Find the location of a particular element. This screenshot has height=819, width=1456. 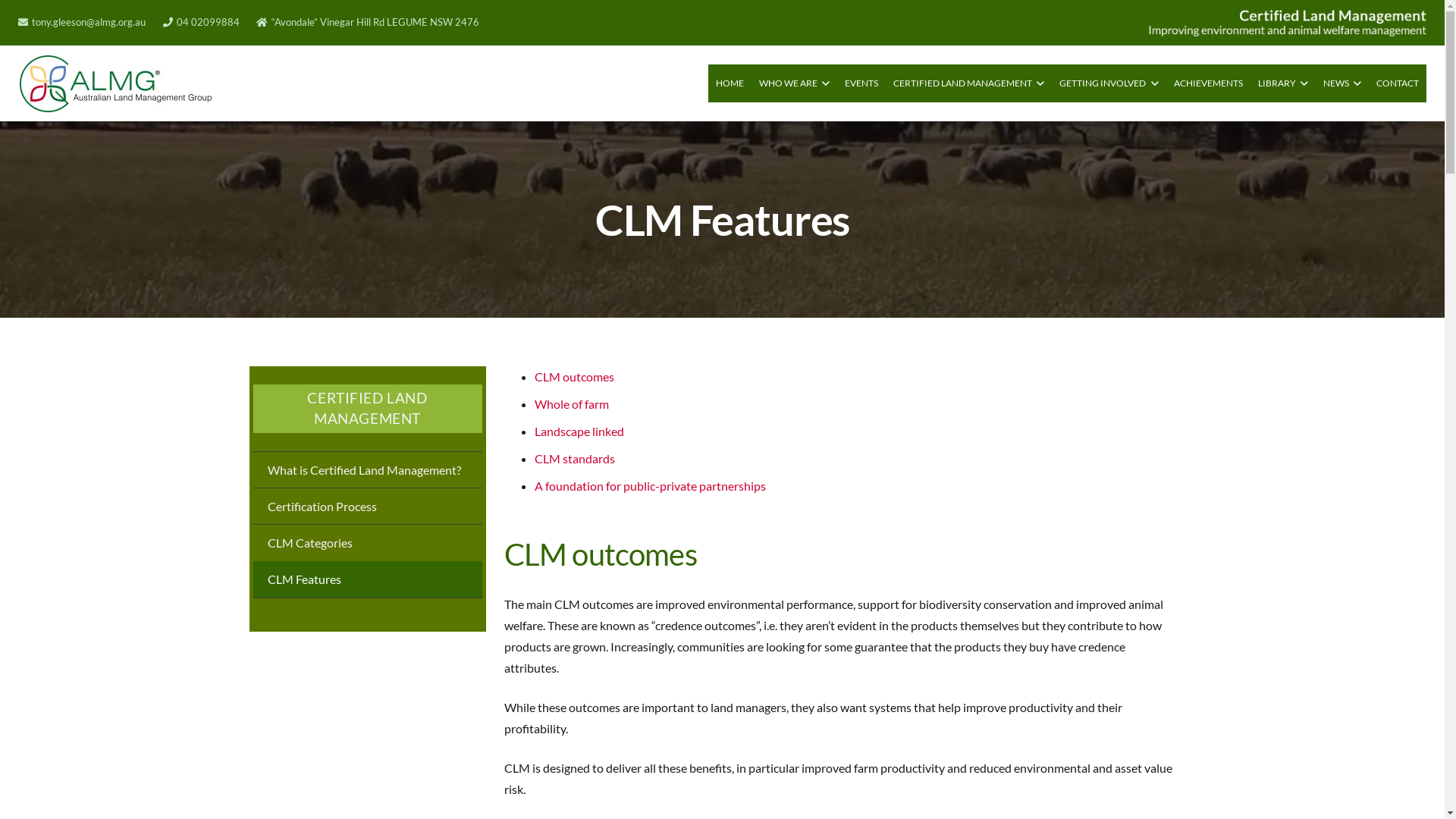

'Landscape linked' is located at coordinates (578, 431).